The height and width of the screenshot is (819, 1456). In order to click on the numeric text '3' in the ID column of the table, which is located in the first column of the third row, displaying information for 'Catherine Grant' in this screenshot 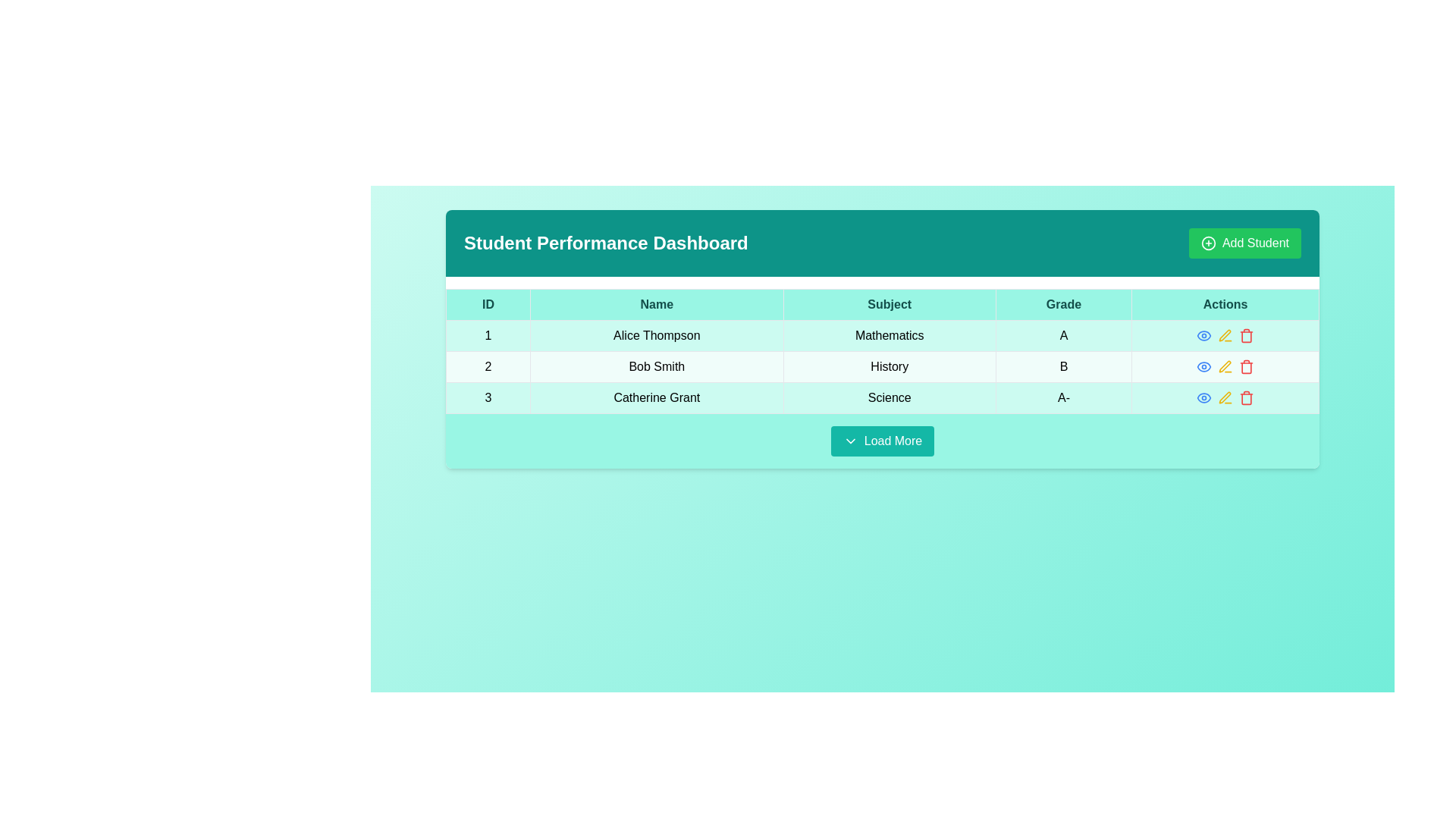, I will do `click(488, 397)`.